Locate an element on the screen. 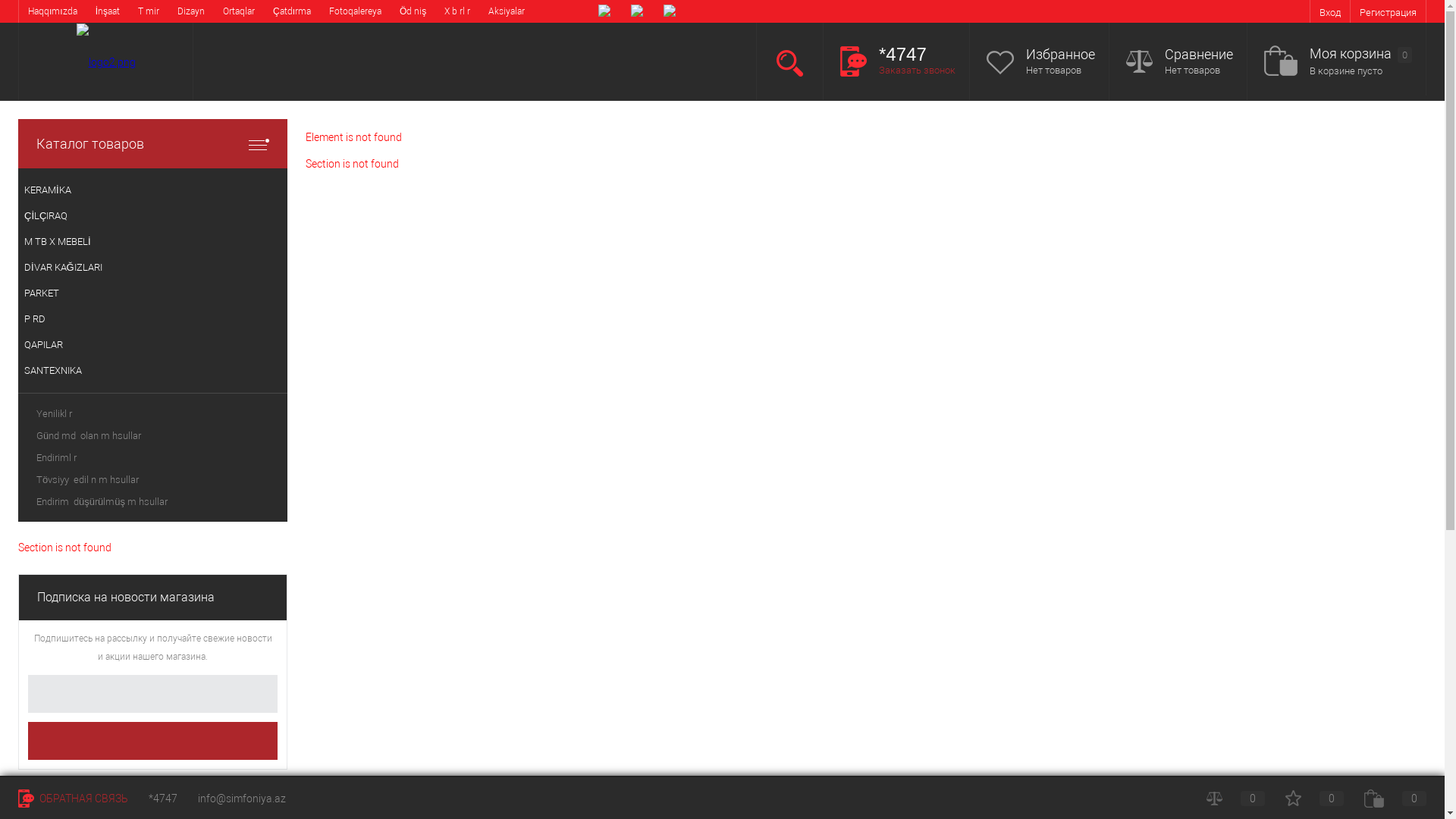  'Ortaqlar' is located at coordinates (238, 11).